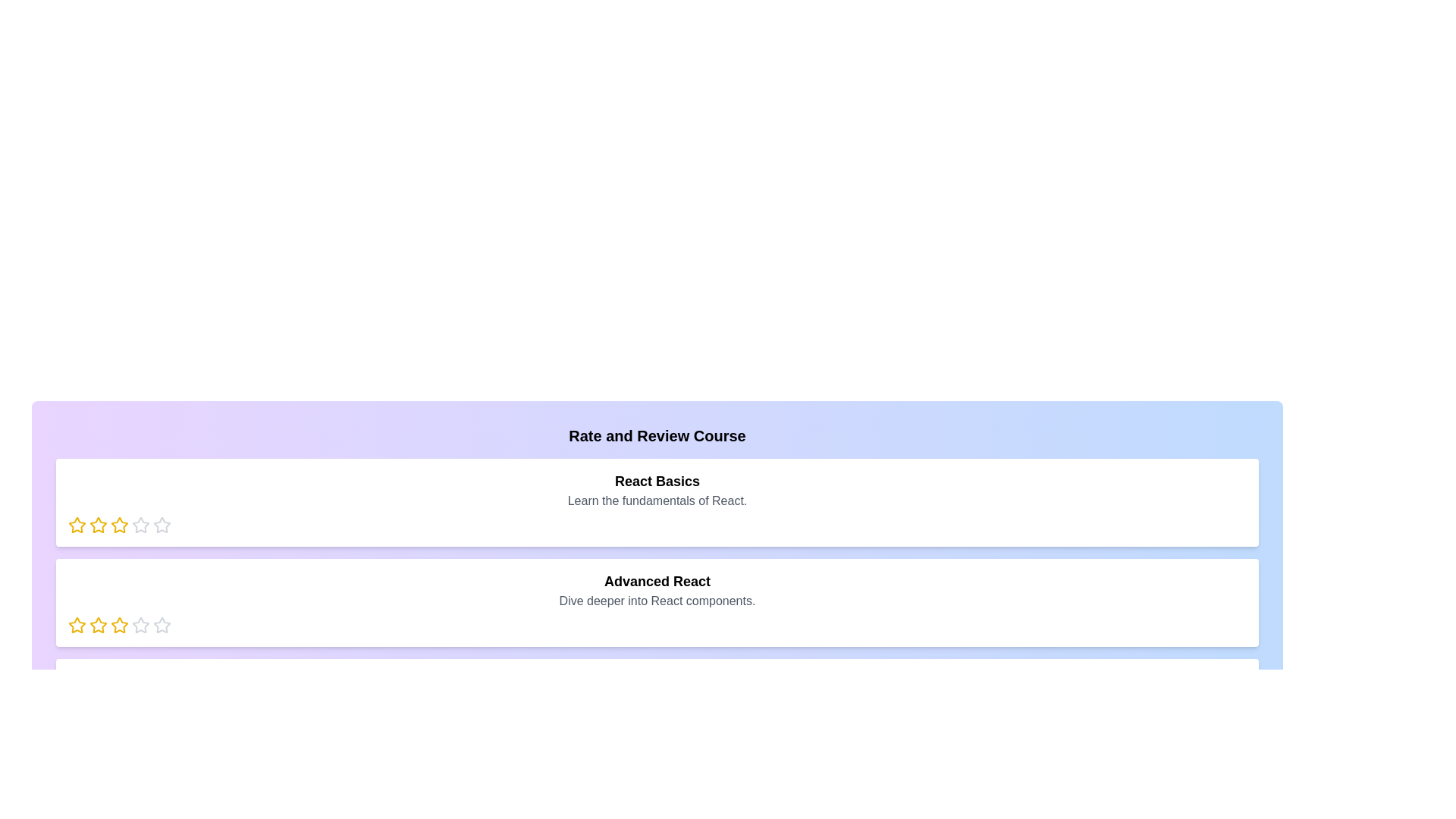 The image size is (1456, 819). I want to click on the fourth interactive star icon in the rating component below 'Advanced React', so click(119, 626).